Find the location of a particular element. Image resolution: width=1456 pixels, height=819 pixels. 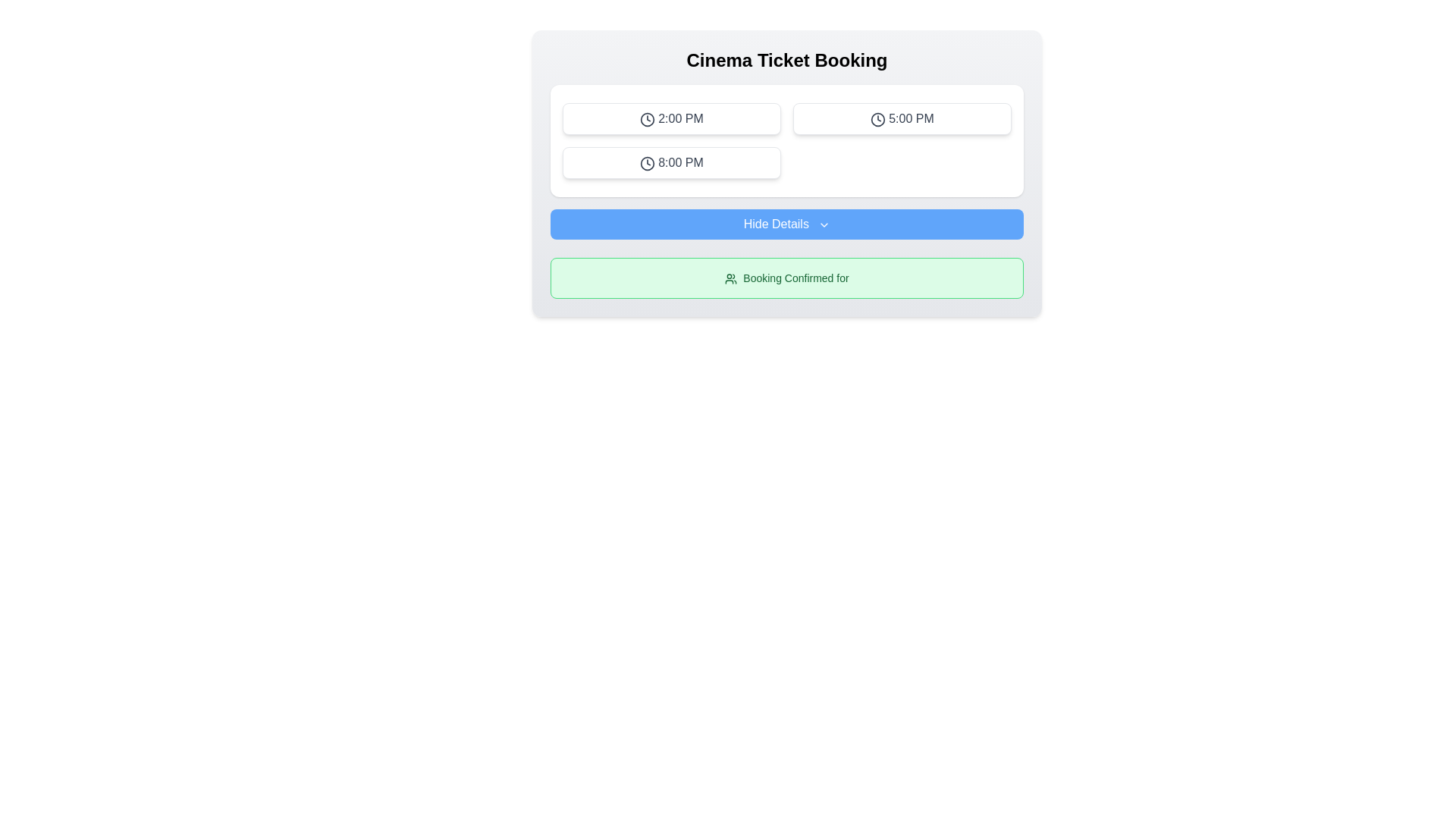

the selectable time option button for '2:00 PM' is located at coordinates (671, 118).